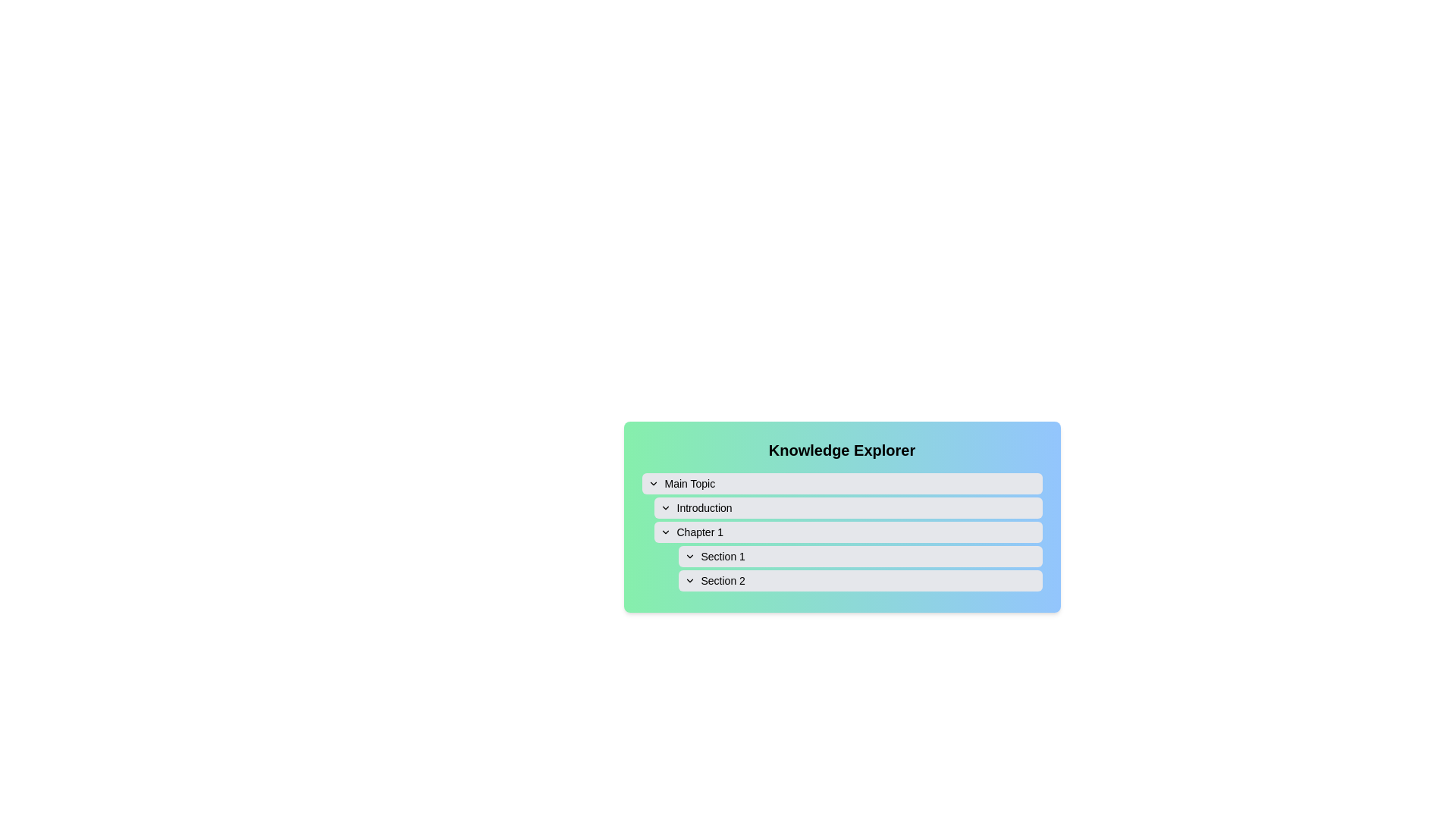  What do you see at coordinates (689, 556) in the screenshot?
I see `the small triangular icon styled as a downwards arrow, located next to the 'Section 1' label` at bounding box center [689, 556].